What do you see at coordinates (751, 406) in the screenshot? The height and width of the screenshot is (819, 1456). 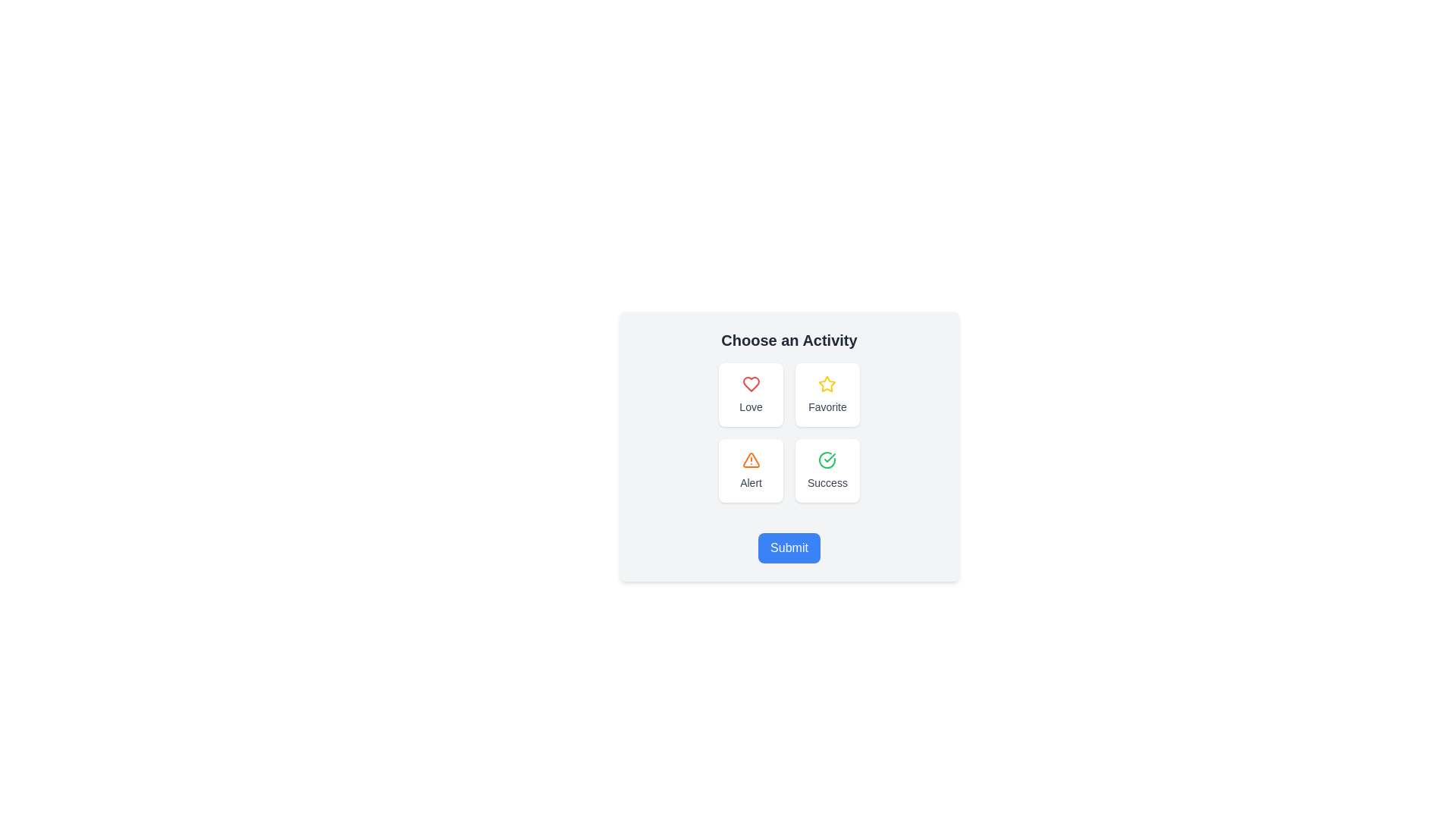 I see `the text label that reads 'Love', which is styled in gray and positioned below the red heart icon in the 'Love' activity section` at bounding box center [751, 406].